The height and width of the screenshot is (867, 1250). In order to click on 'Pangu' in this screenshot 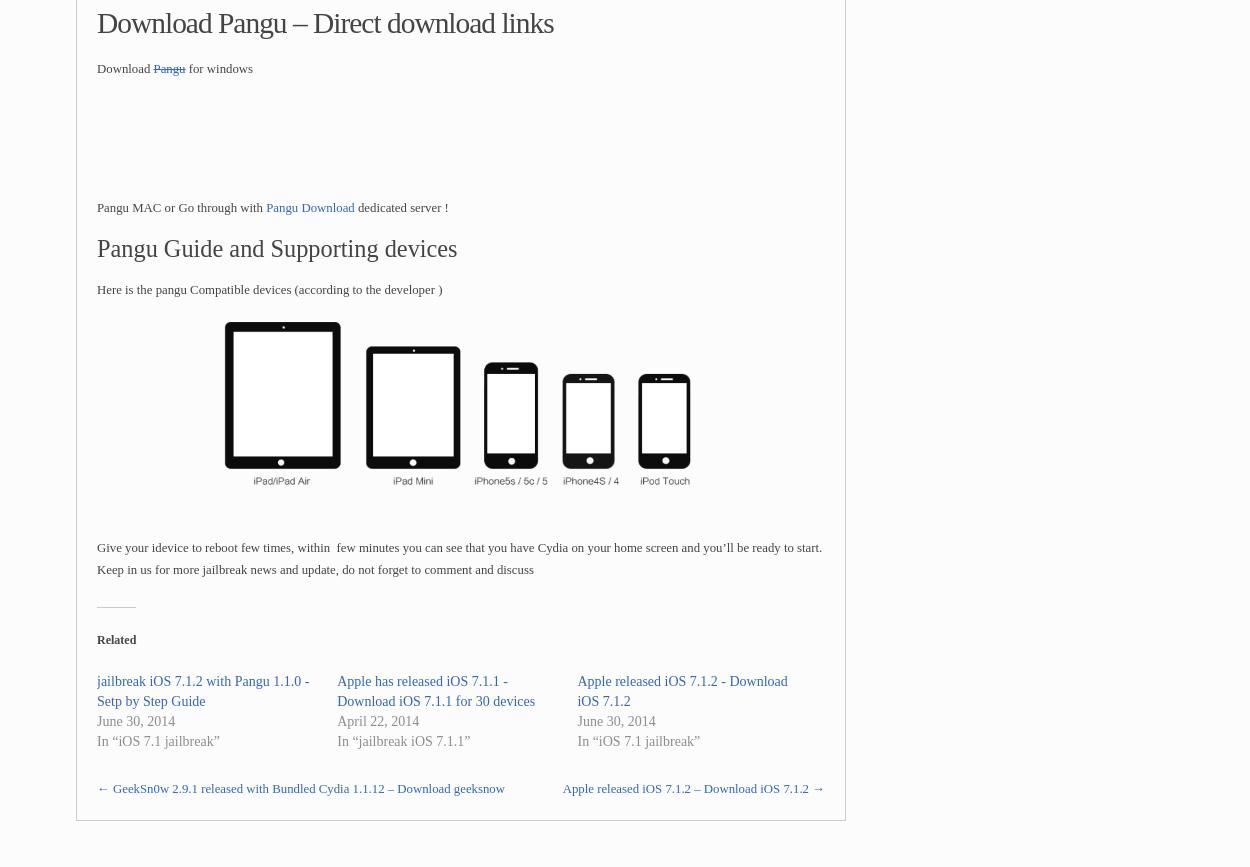, I will do `click(153, 67)`.